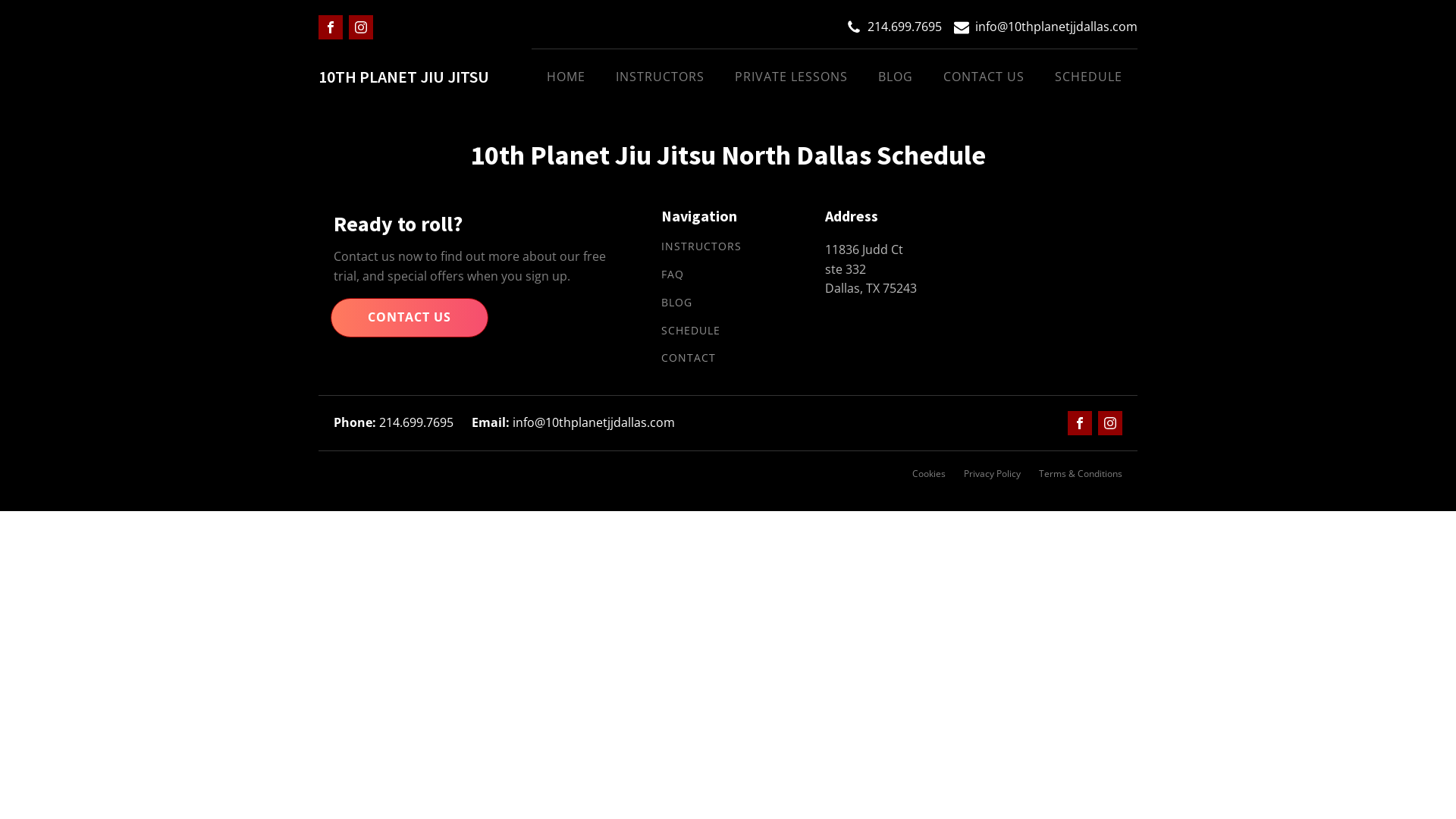  Describe the element at coordinates (1080, 472) in the screenshot. I see `'Terms & Conditions'` at that location.